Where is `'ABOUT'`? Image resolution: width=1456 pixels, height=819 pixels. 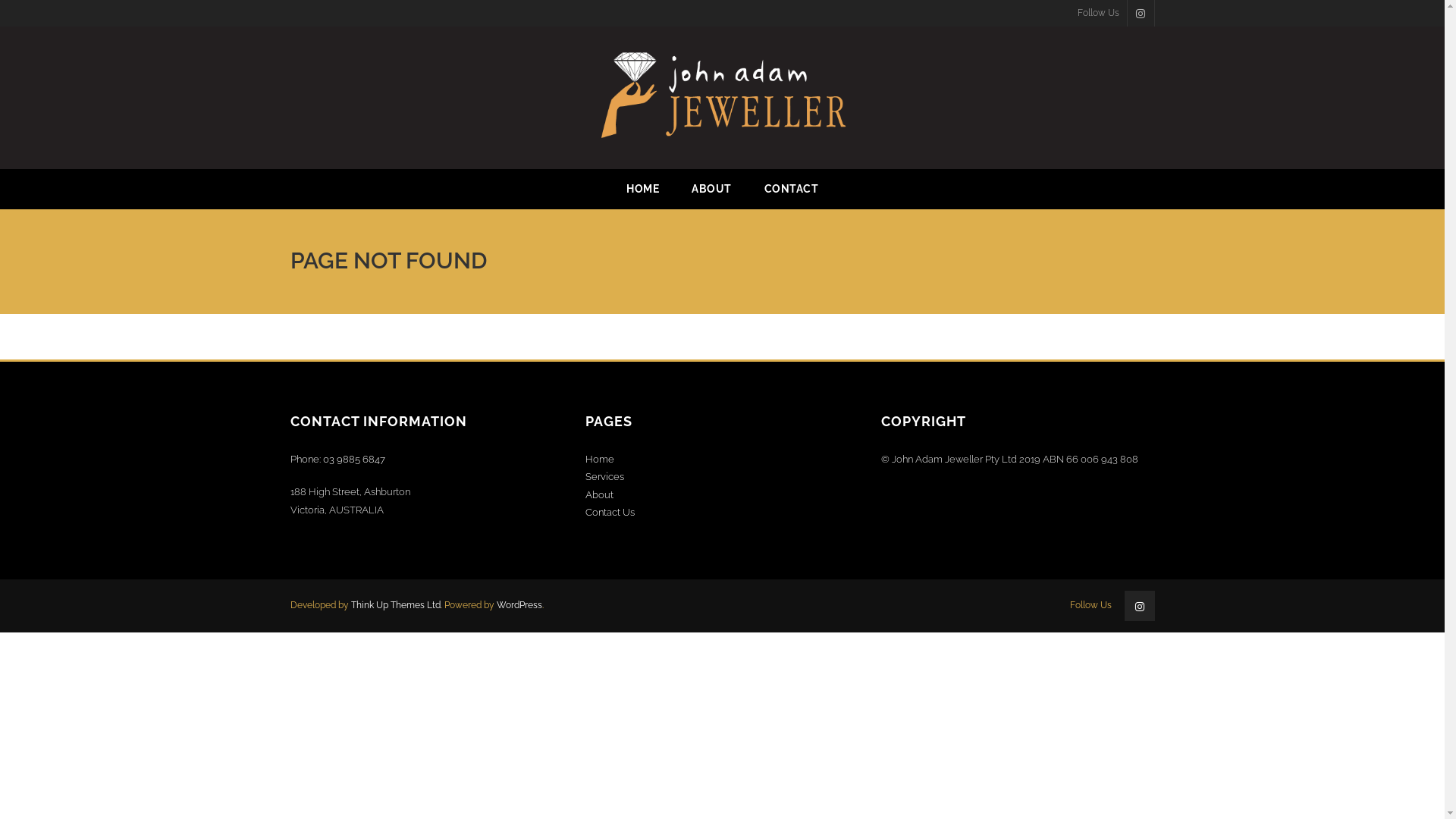
'ABOUT' is located at coordinates (711, 188).